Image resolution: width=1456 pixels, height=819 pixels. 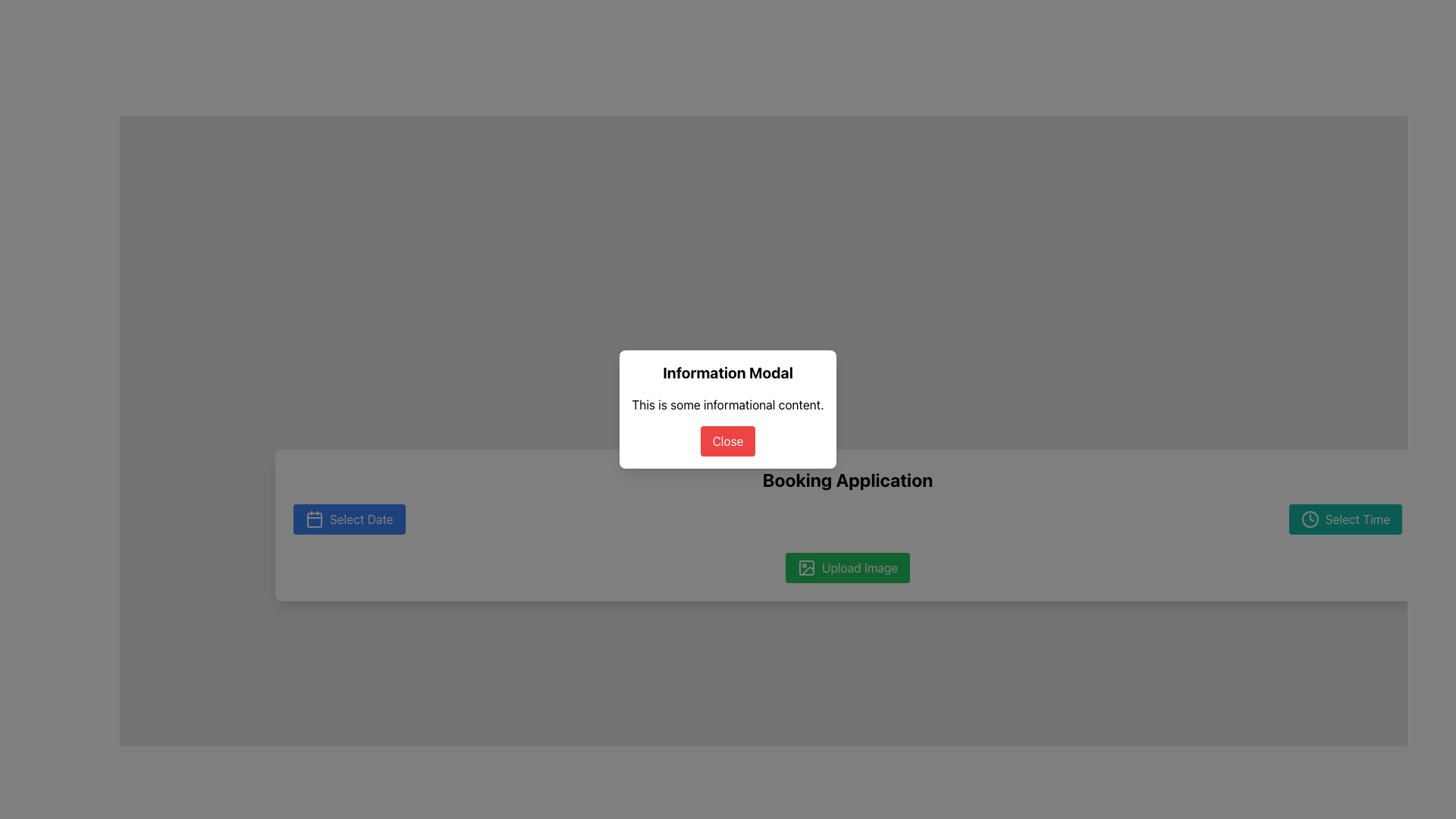 I want to click on the 'Select Time' button, so click(x=1345, y=519).